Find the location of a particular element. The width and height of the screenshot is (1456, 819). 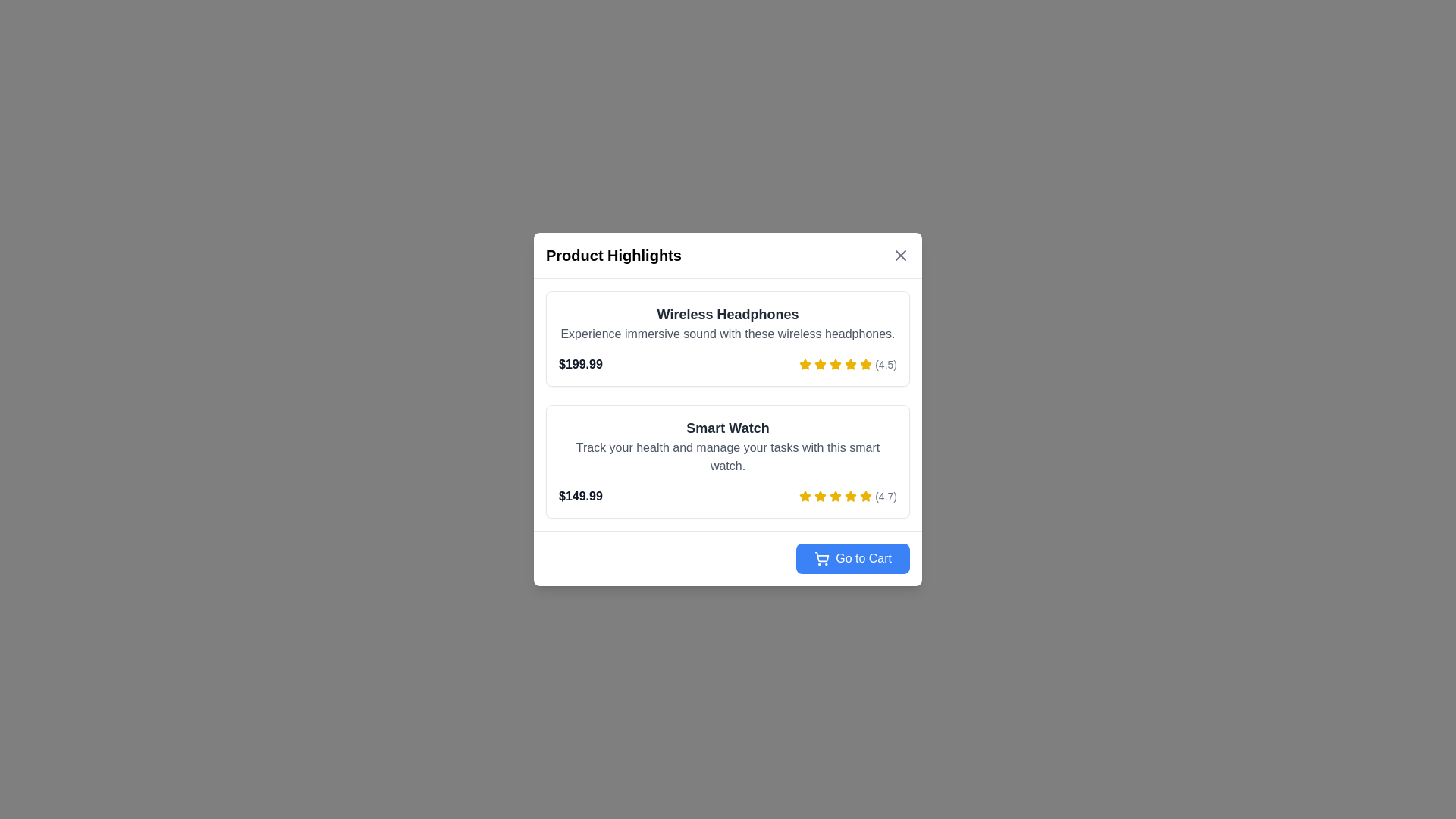

the fourth star icon in the 'Wireless Headphones' section of the 'Product Highlights' list is located at coordinates (851, 364).